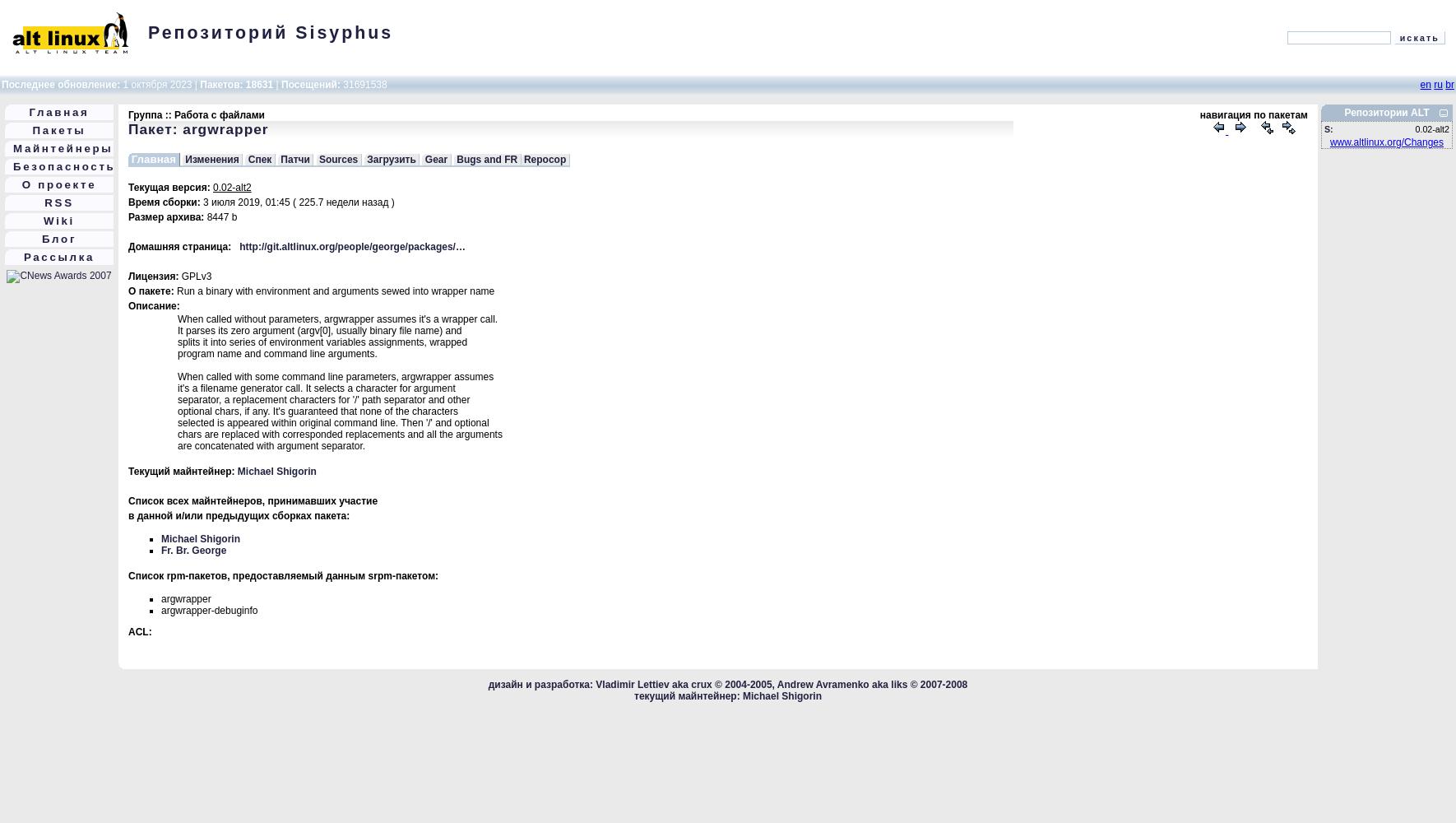 This screenshot has width=1456, height=823. I want to click on '31691538', so click(362, 84).